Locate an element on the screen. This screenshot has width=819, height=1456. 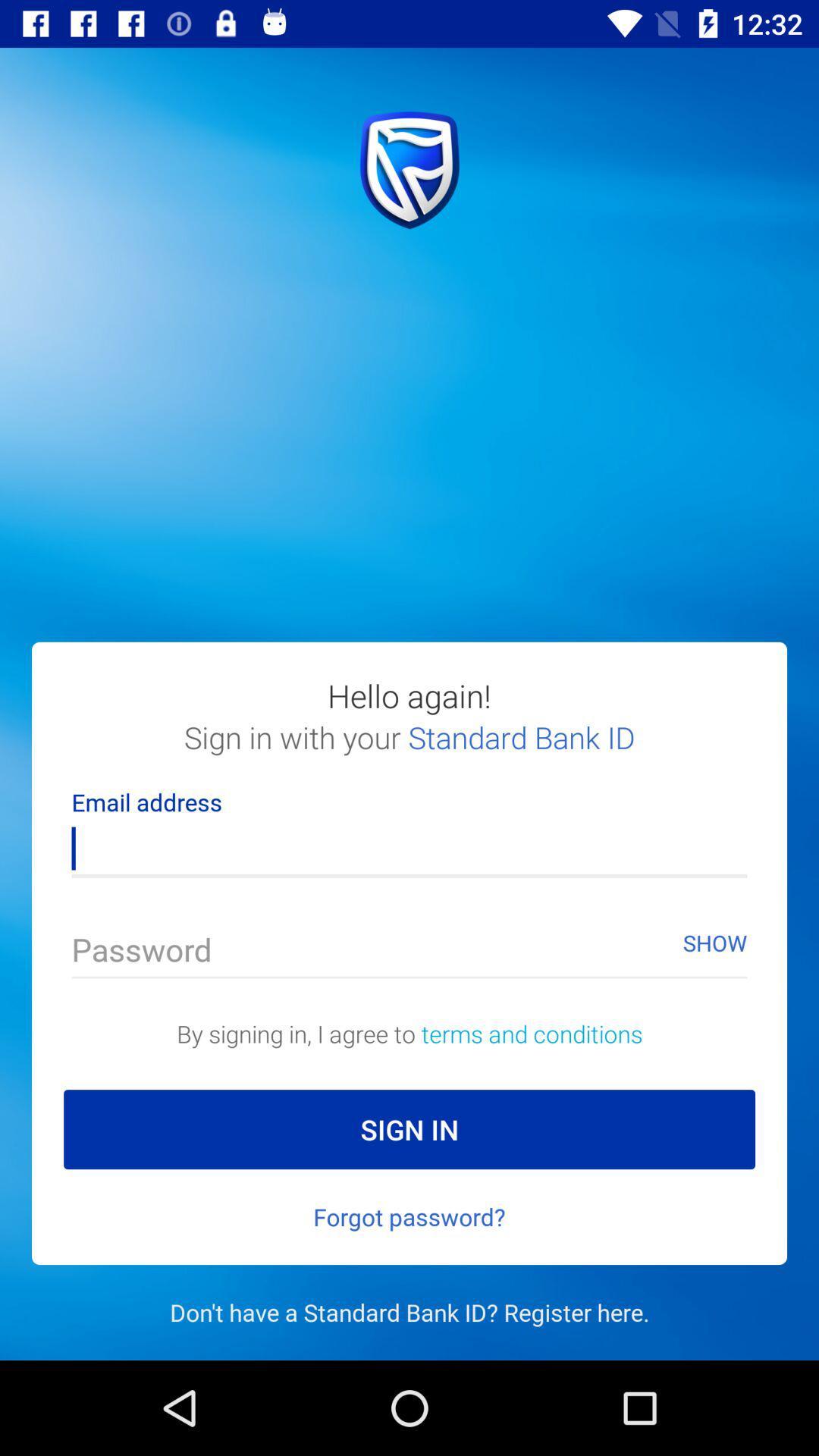
password field is located at coordinates (409, 952).